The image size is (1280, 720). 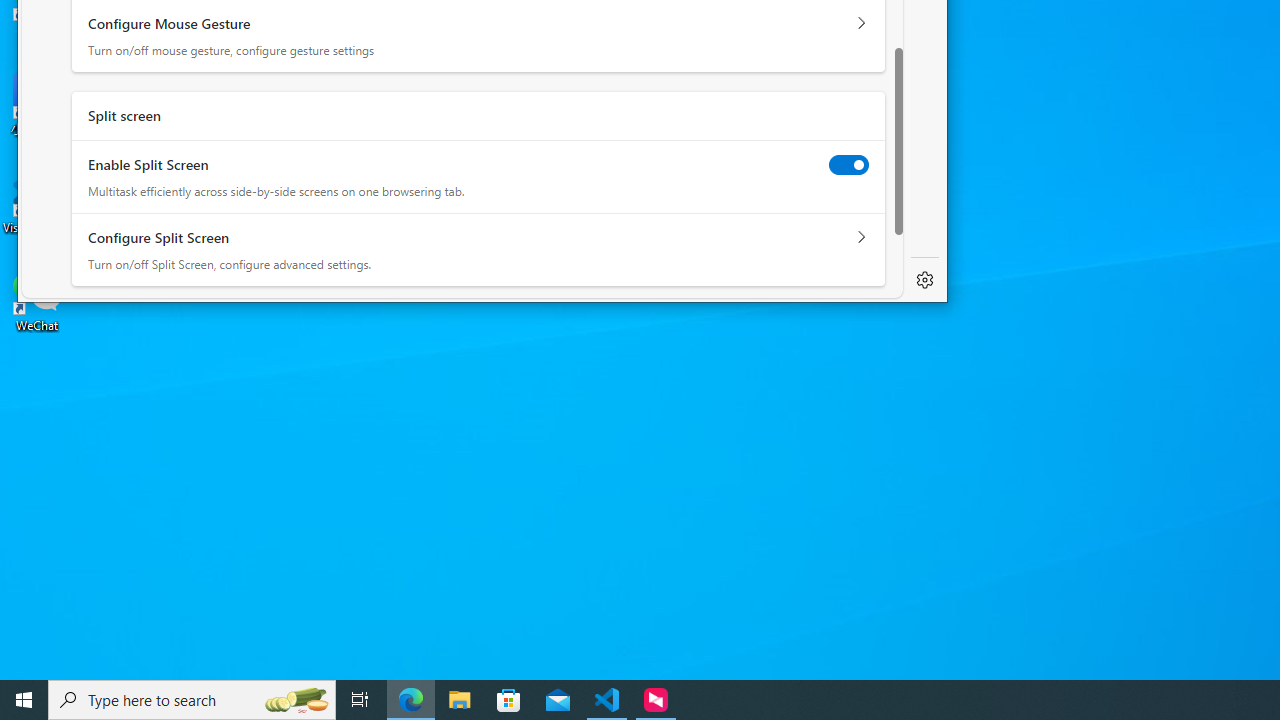 I want to click on 'File Explorer', so click(x=459, y=698).